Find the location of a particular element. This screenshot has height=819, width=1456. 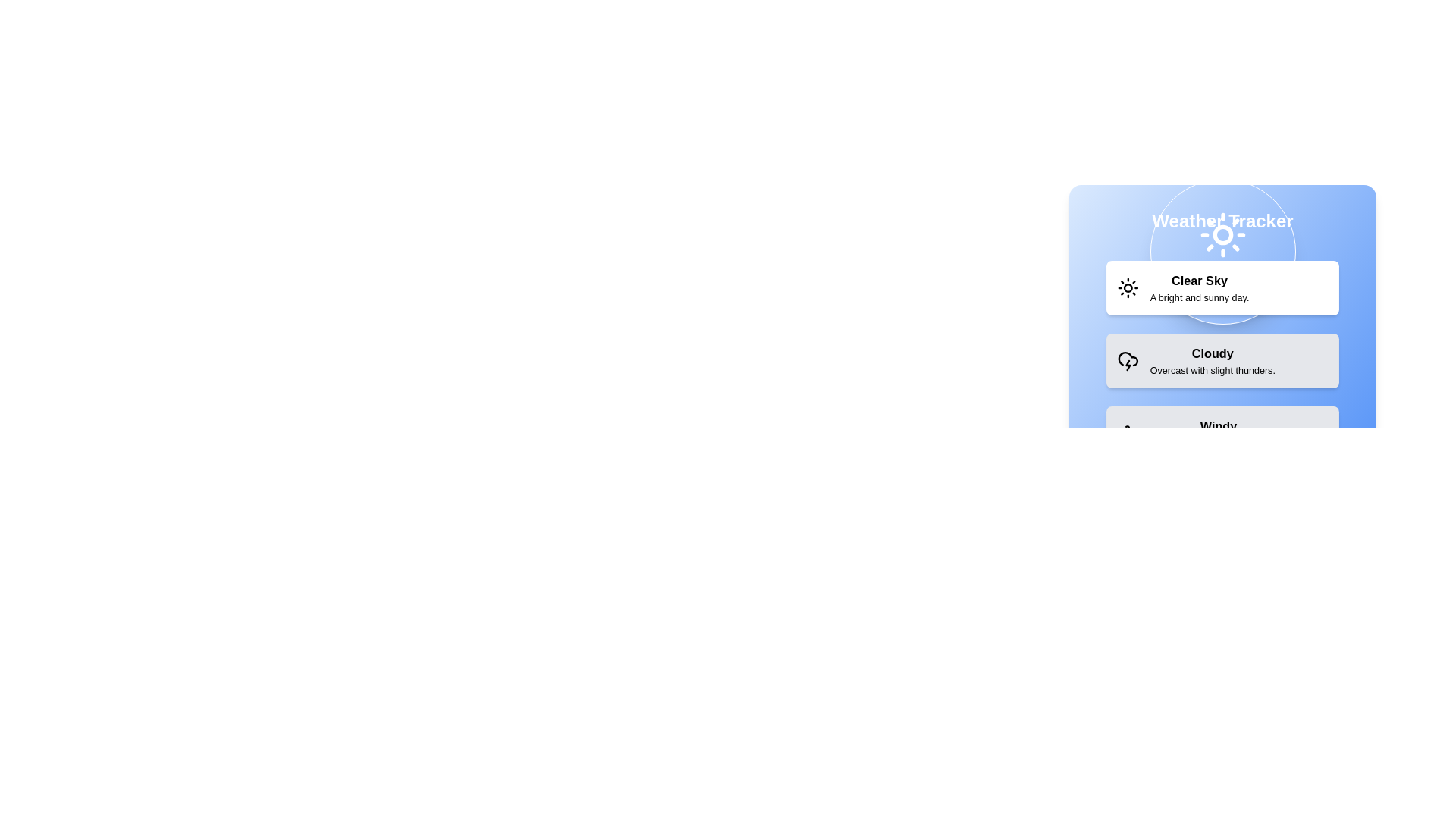

the second curved line from the bottom in the SVG graphic representing a wind symbol, located to the left of the 'Windy' label is located at coordinates (1128, 431).